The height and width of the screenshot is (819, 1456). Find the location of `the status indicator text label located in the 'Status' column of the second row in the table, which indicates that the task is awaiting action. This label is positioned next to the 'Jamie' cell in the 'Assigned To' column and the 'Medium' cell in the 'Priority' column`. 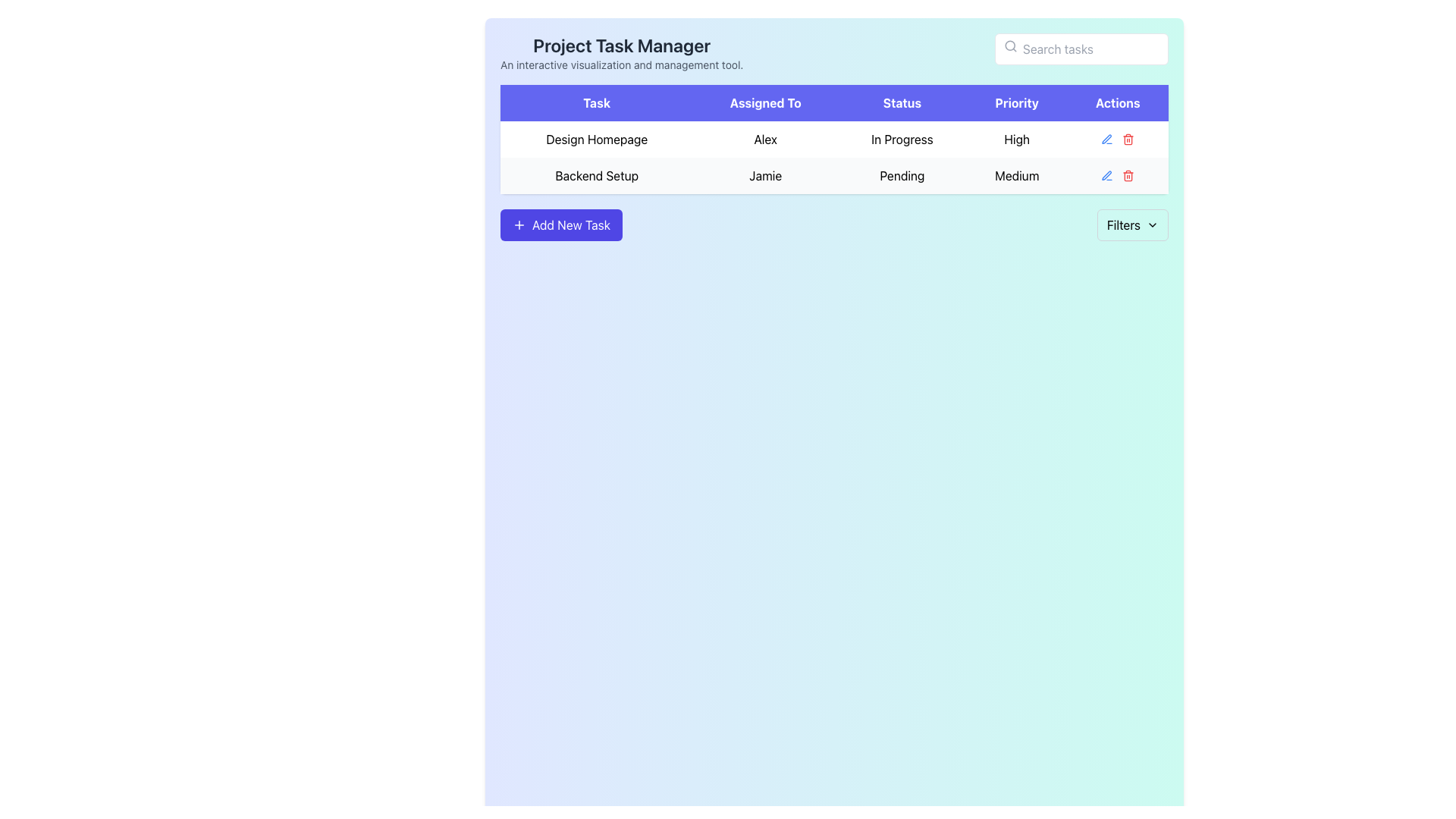

the status indicator text label located in the 'Status' column of the second row in the table, which indicates that the task is awaiting action. This label is positioned next to the 'Jamie' cell in the 'Assigned To' column and the 'Medium' cell in the 'Priority' column is located at coordinates (902, 174).